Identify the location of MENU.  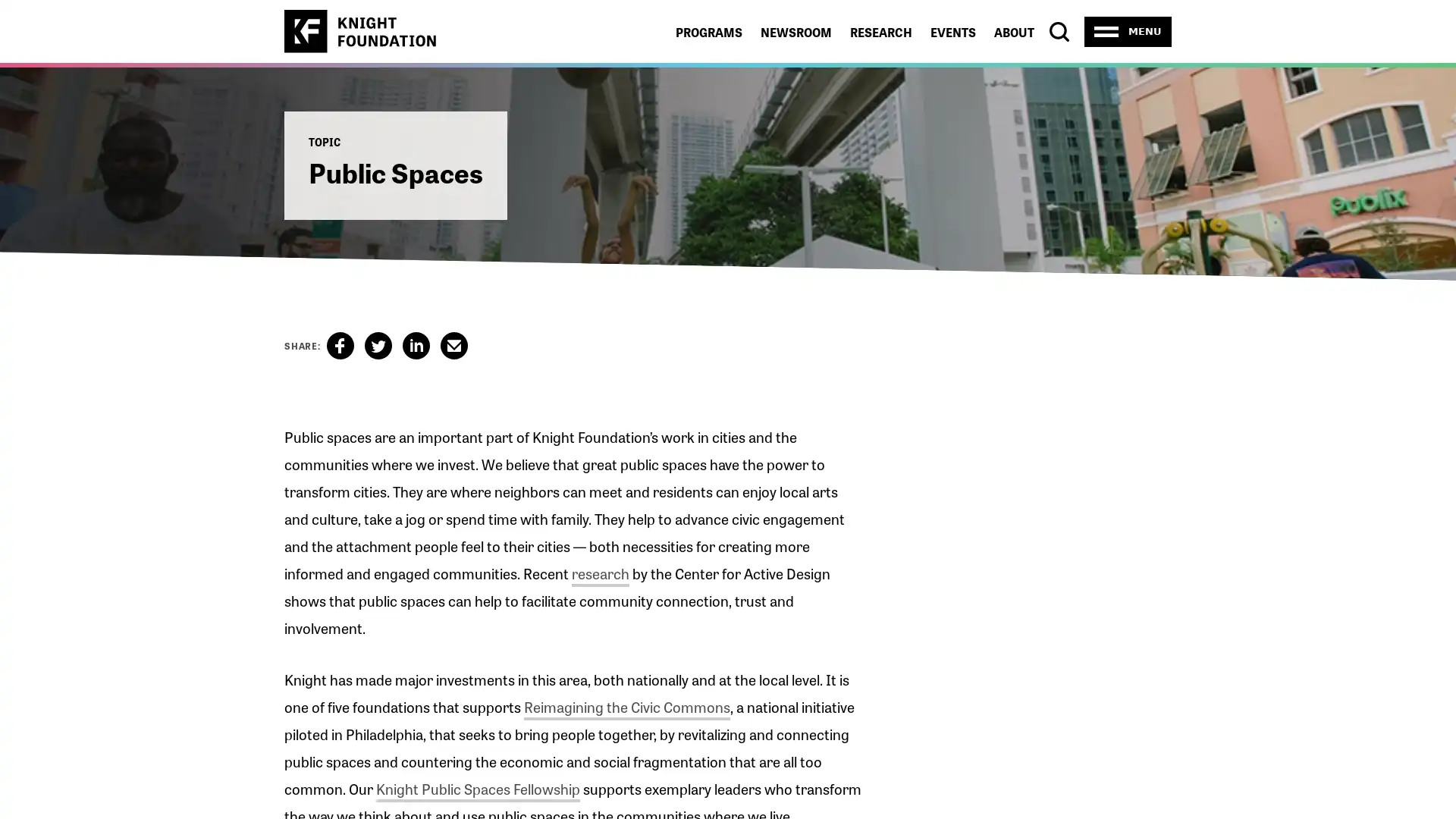
(1128, 31).